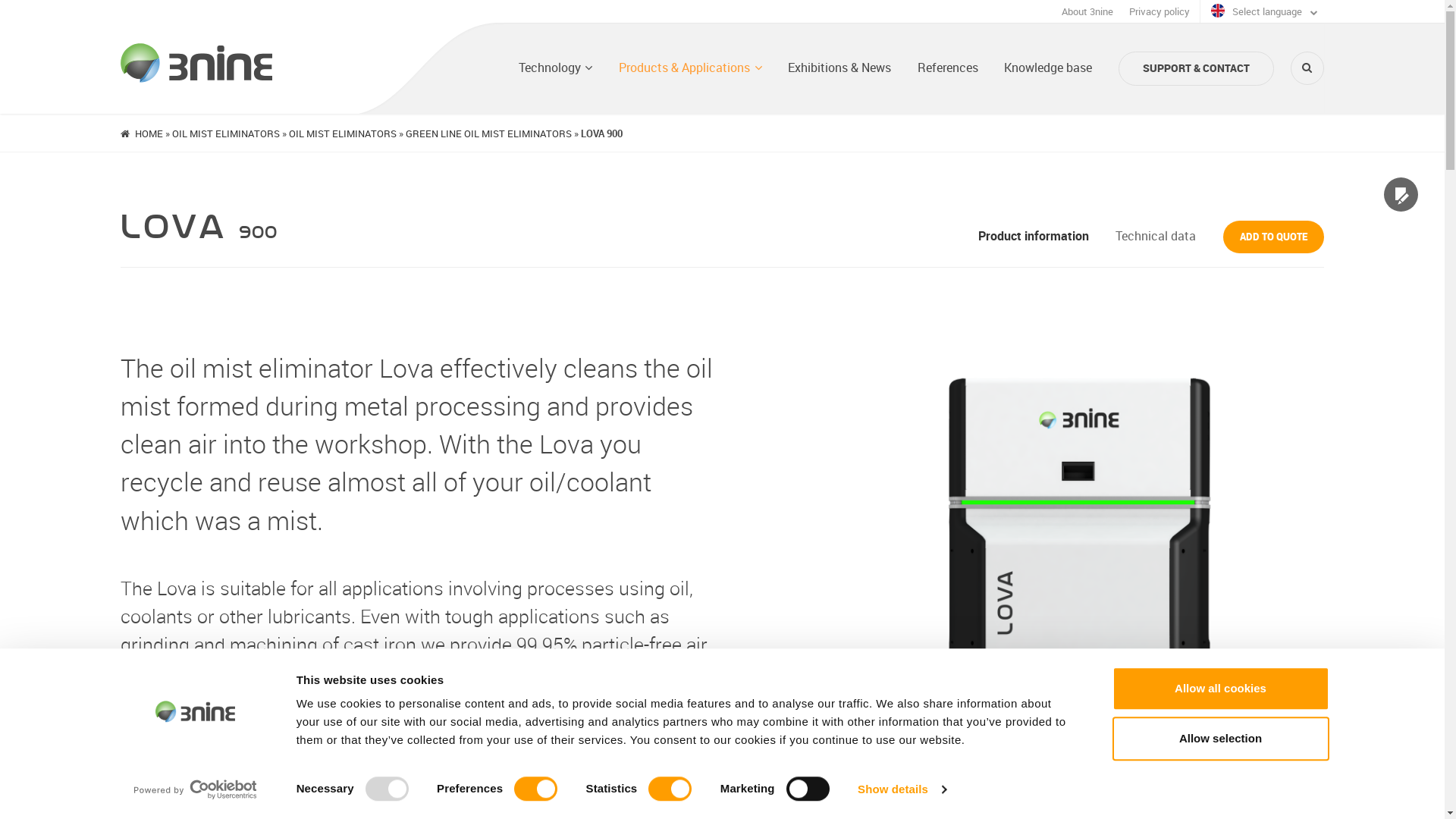 Image resolution: width=1456 pixels, height=819 pixels. I want to click on 'Exhibitions & News', so click(787, 67).